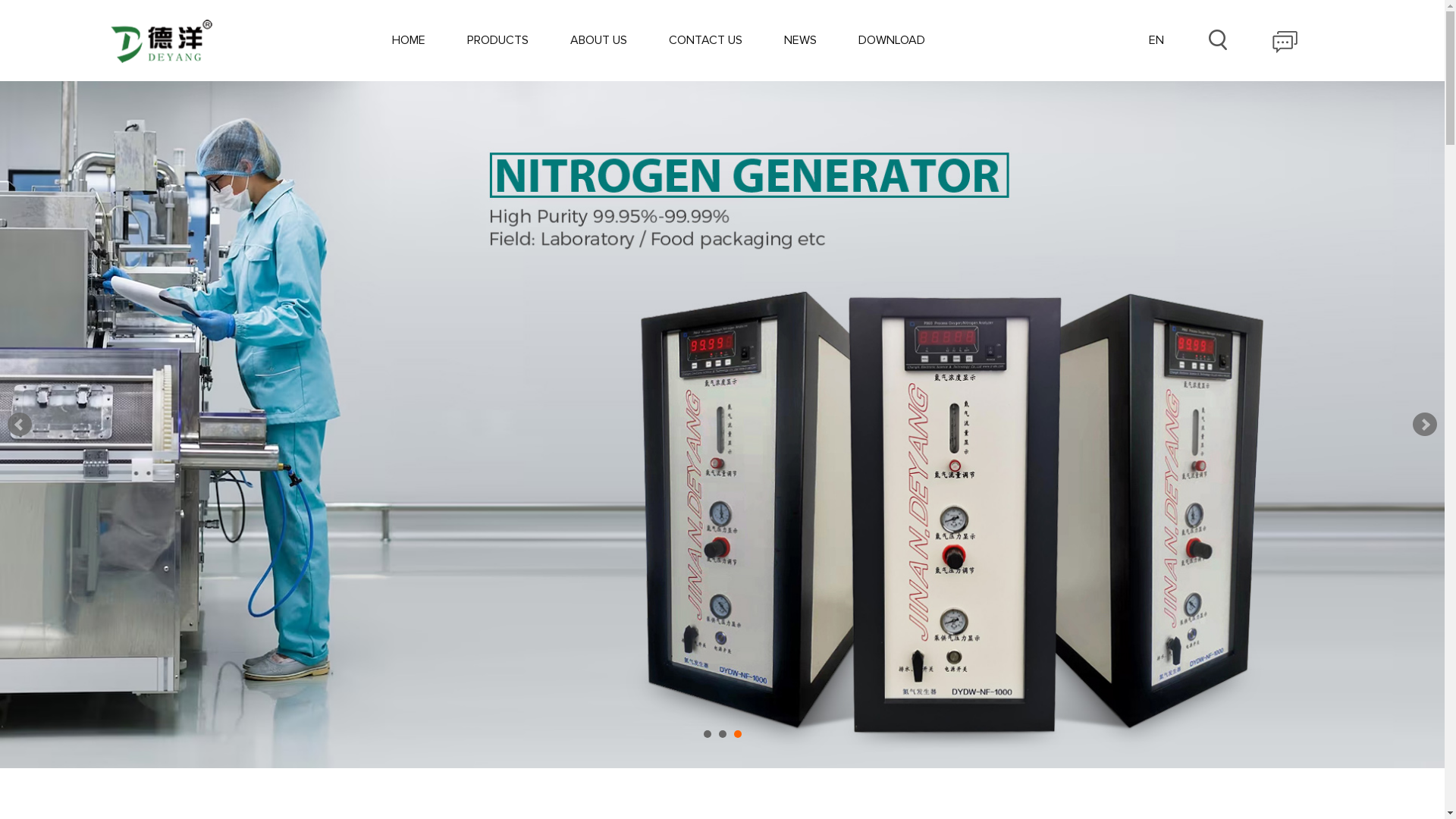 This screenshot has width=1456, height=819. I want to click on 'DOWNLOAD', so click(892, 39).